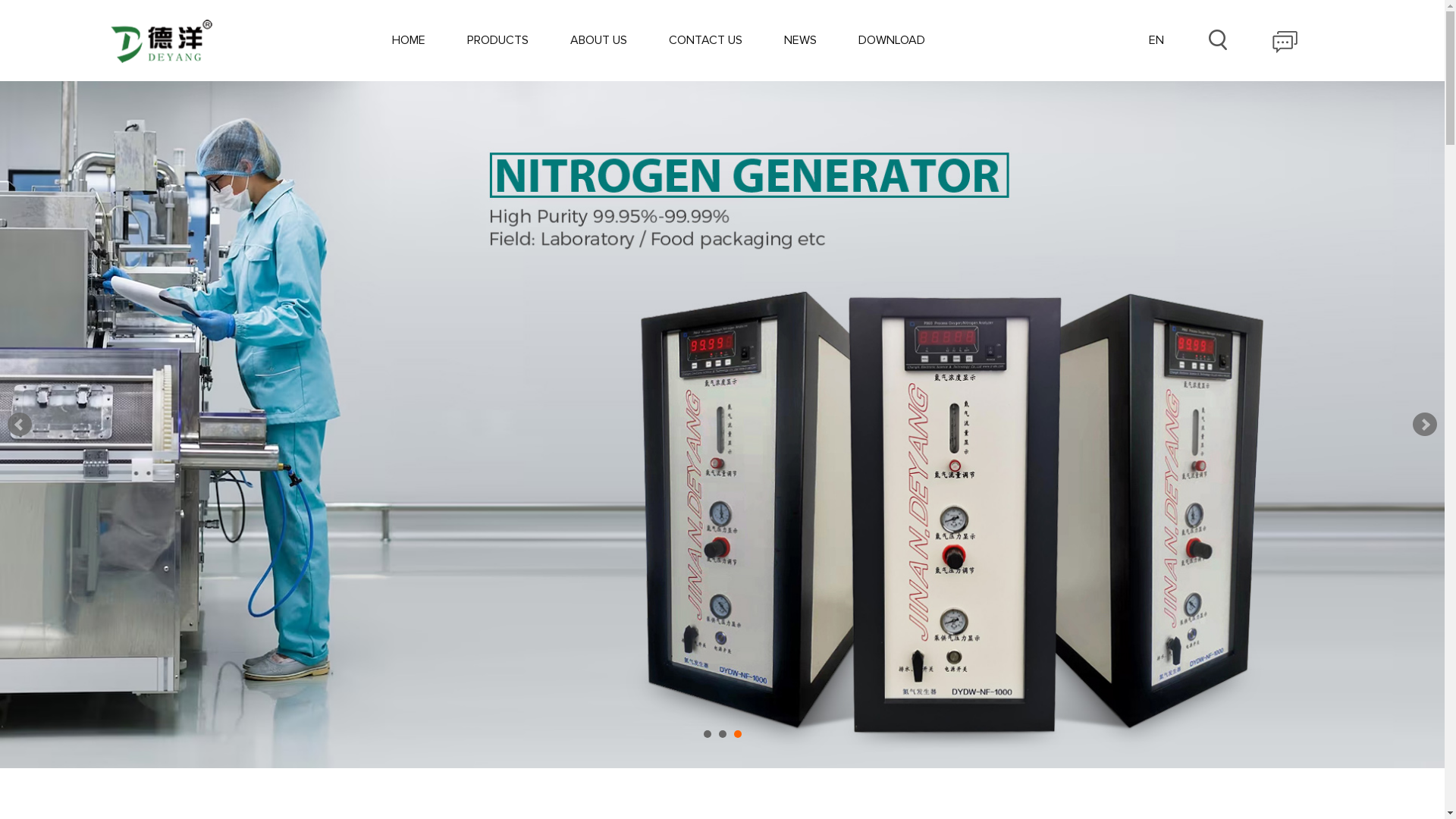 This screenshot has width=1456, height=819. I want to click on 'DOWNLOAD', so click(892, 39).